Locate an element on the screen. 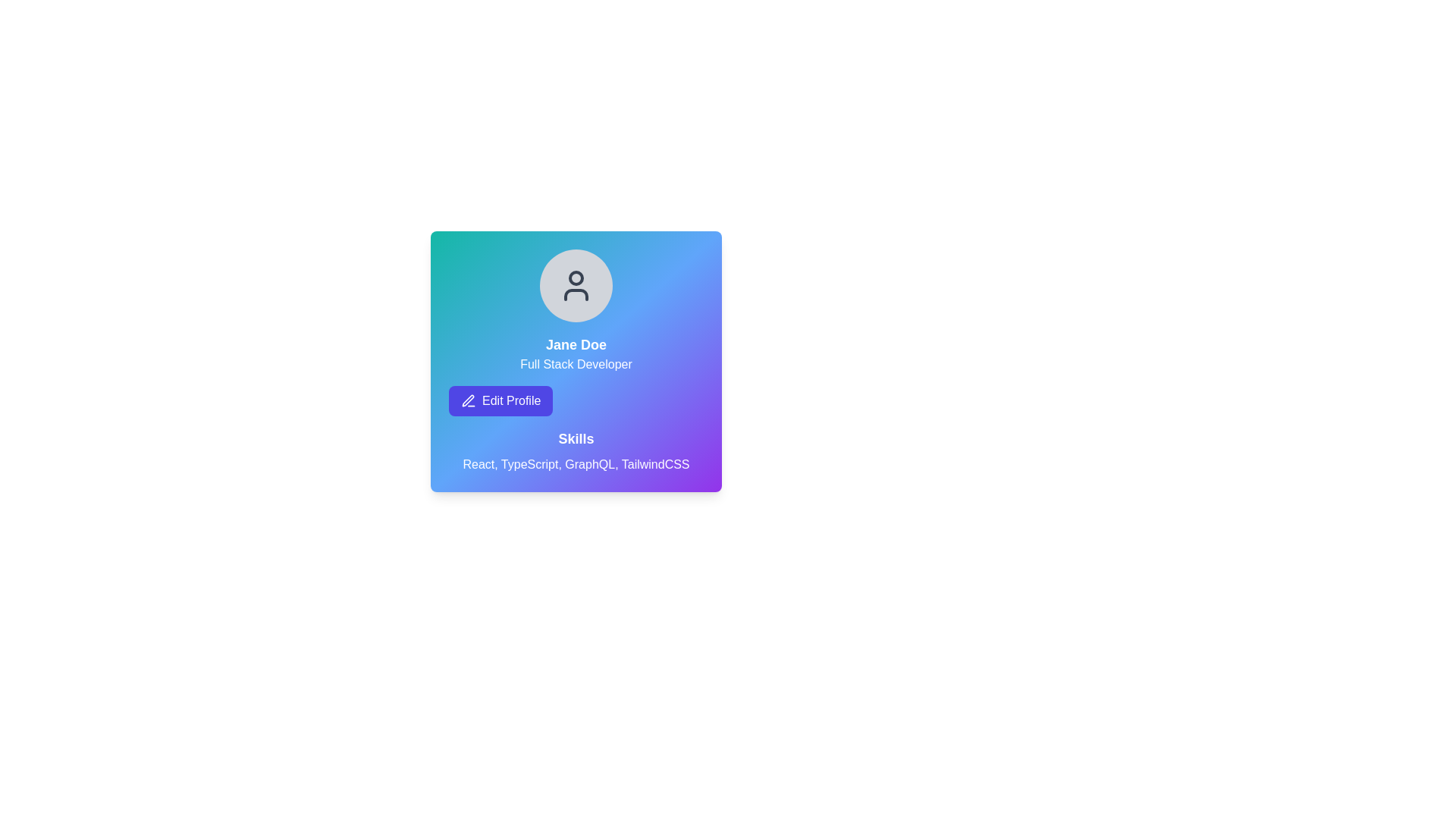  the 'Edit Profile' button which features a minimalist pen icon on its left side is located at coordinates (468, 400).